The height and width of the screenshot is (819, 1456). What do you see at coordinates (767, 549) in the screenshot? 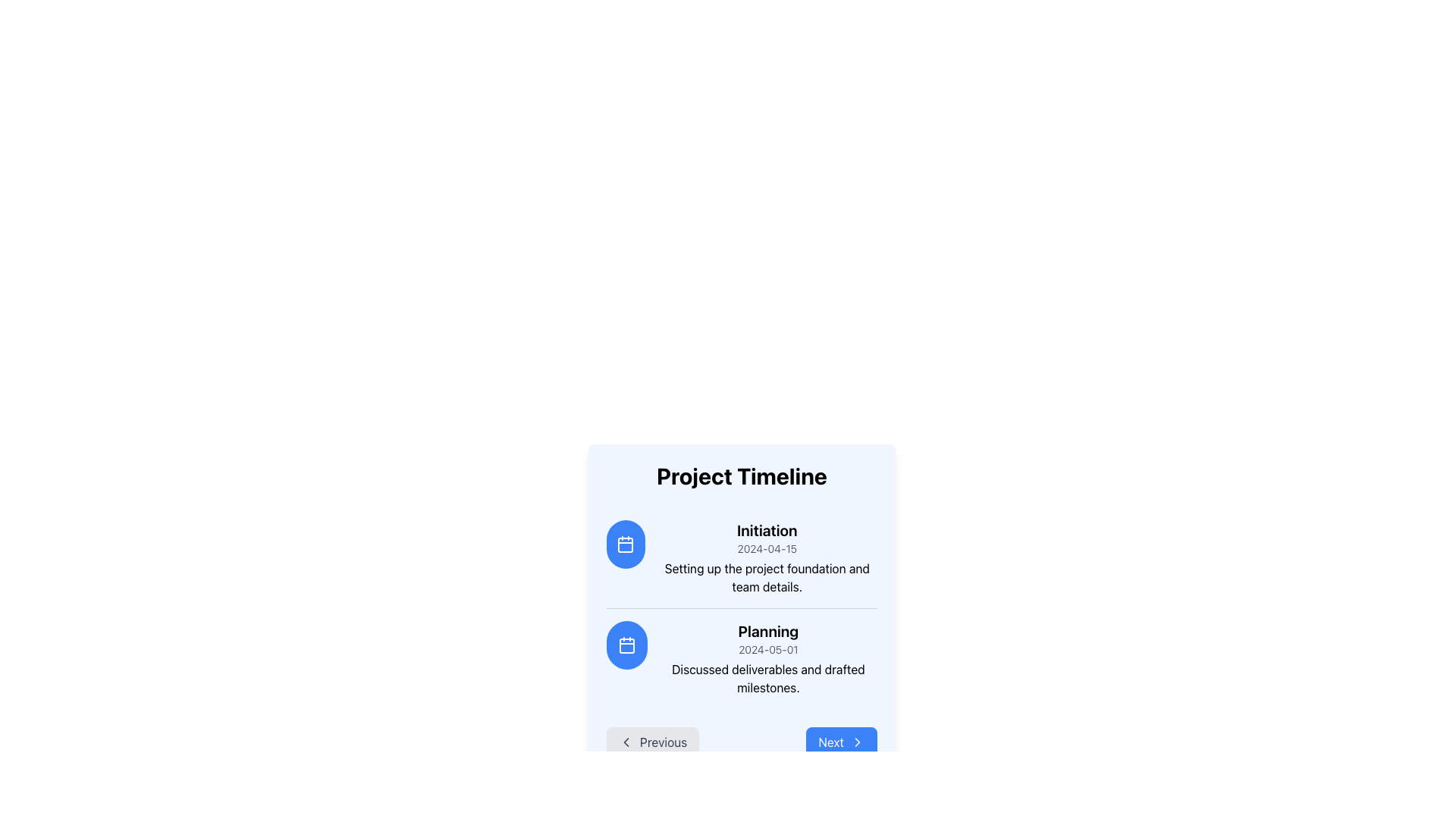
I see `the text element presenting a key date associated with the phase indicated in the title 'Initiation', located directly below 'Initiation' and above 'Setting up the project foundation and team details'` at bounding box center [767, 549].